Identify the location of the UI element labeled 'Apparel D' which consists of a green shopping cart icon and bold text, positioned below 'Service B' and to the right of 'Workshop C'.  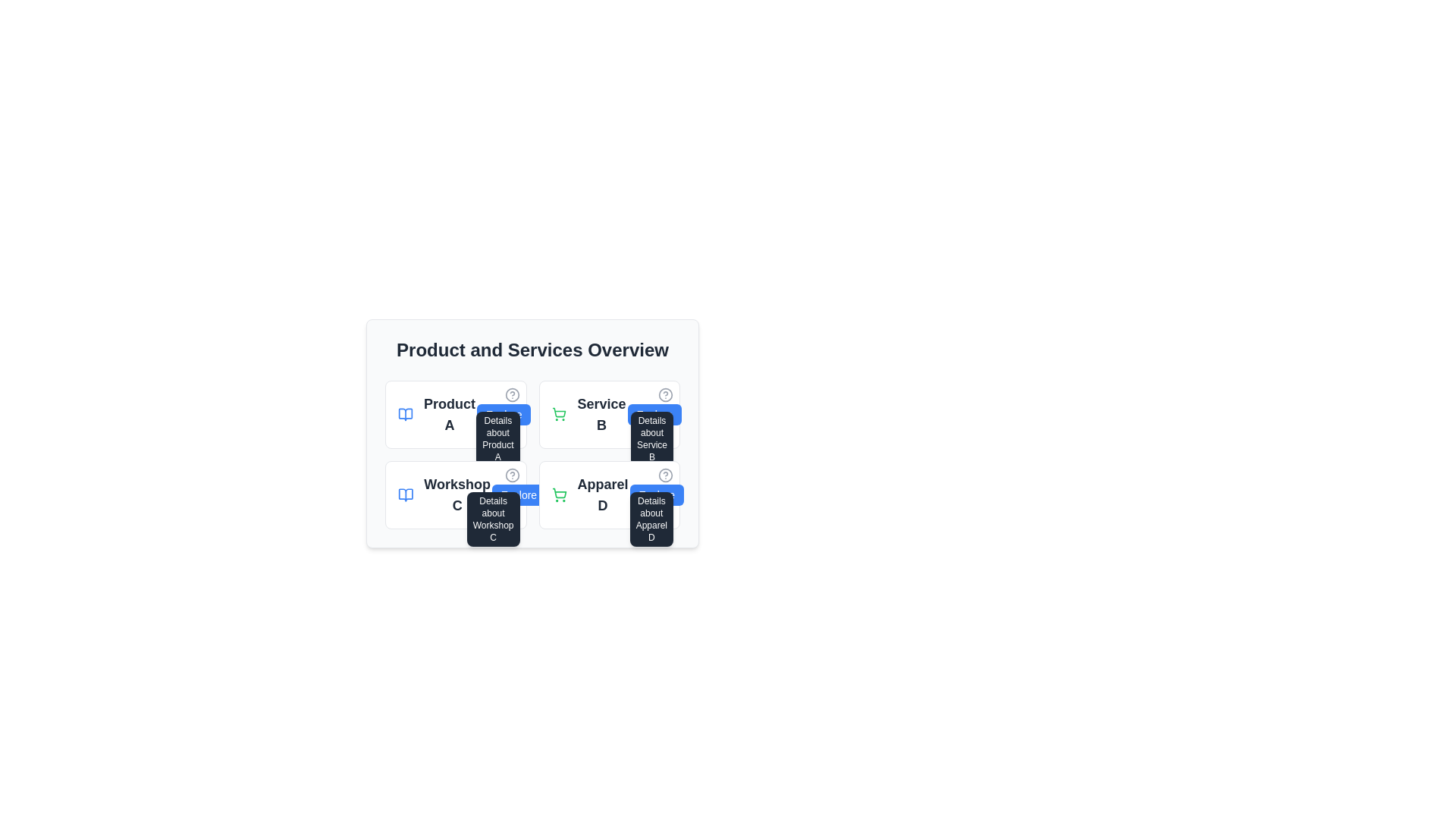
(589, 494).